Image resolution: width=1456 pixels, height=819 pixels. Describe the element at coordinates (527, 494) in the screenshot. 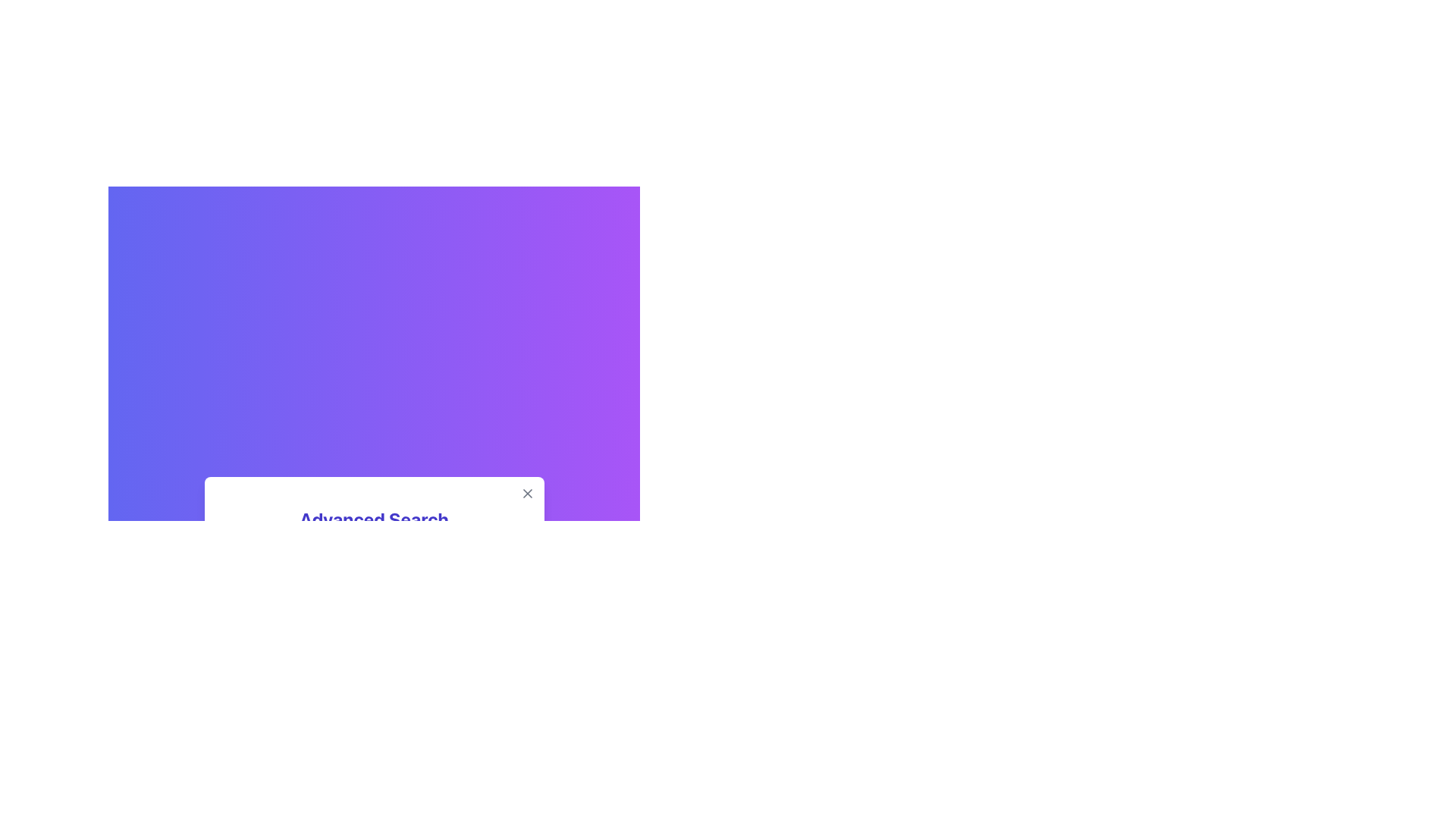

I see `the Close Icon located in the top-right corner of the modal` at that location.